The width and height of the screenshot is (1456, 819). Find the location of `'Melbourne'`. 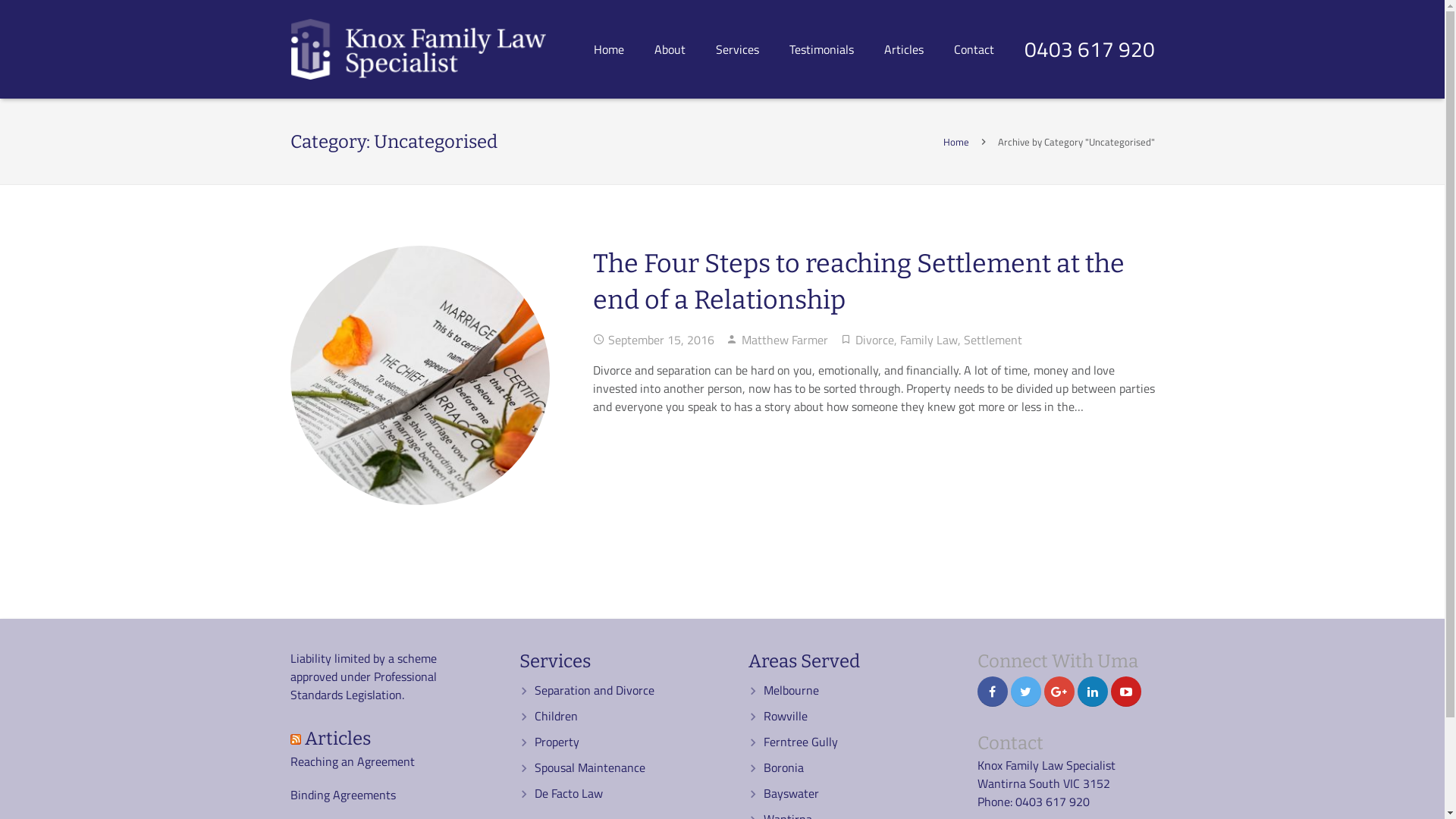

'Melbourne' is located at coordinates (790, 690).